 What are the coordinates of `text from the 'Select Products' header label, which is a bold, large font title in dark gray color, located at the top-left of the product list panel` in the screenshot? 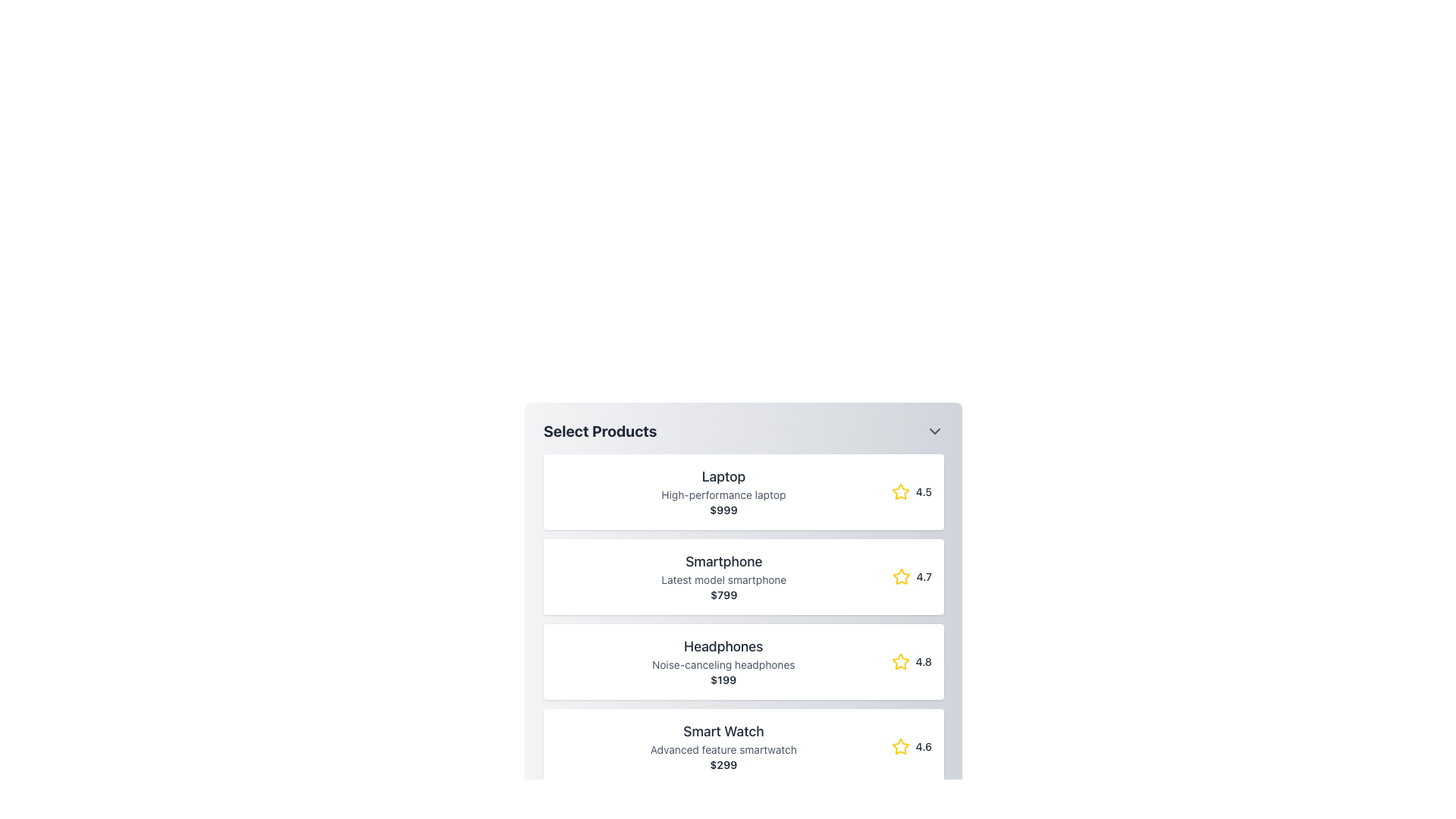 It's located at (599, 431).